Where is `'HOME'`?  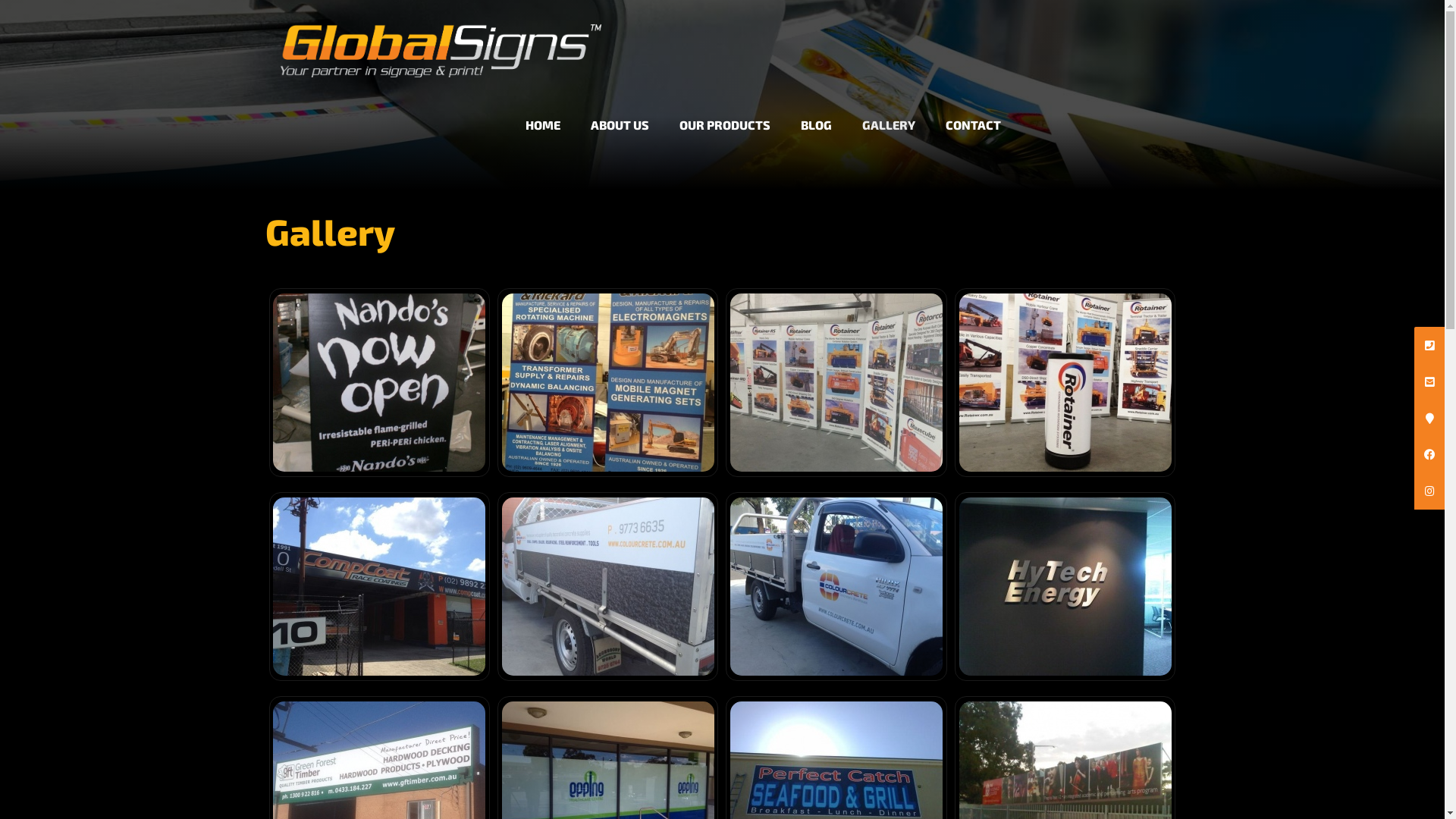
'HOME' is located at coordinates (542, 111).